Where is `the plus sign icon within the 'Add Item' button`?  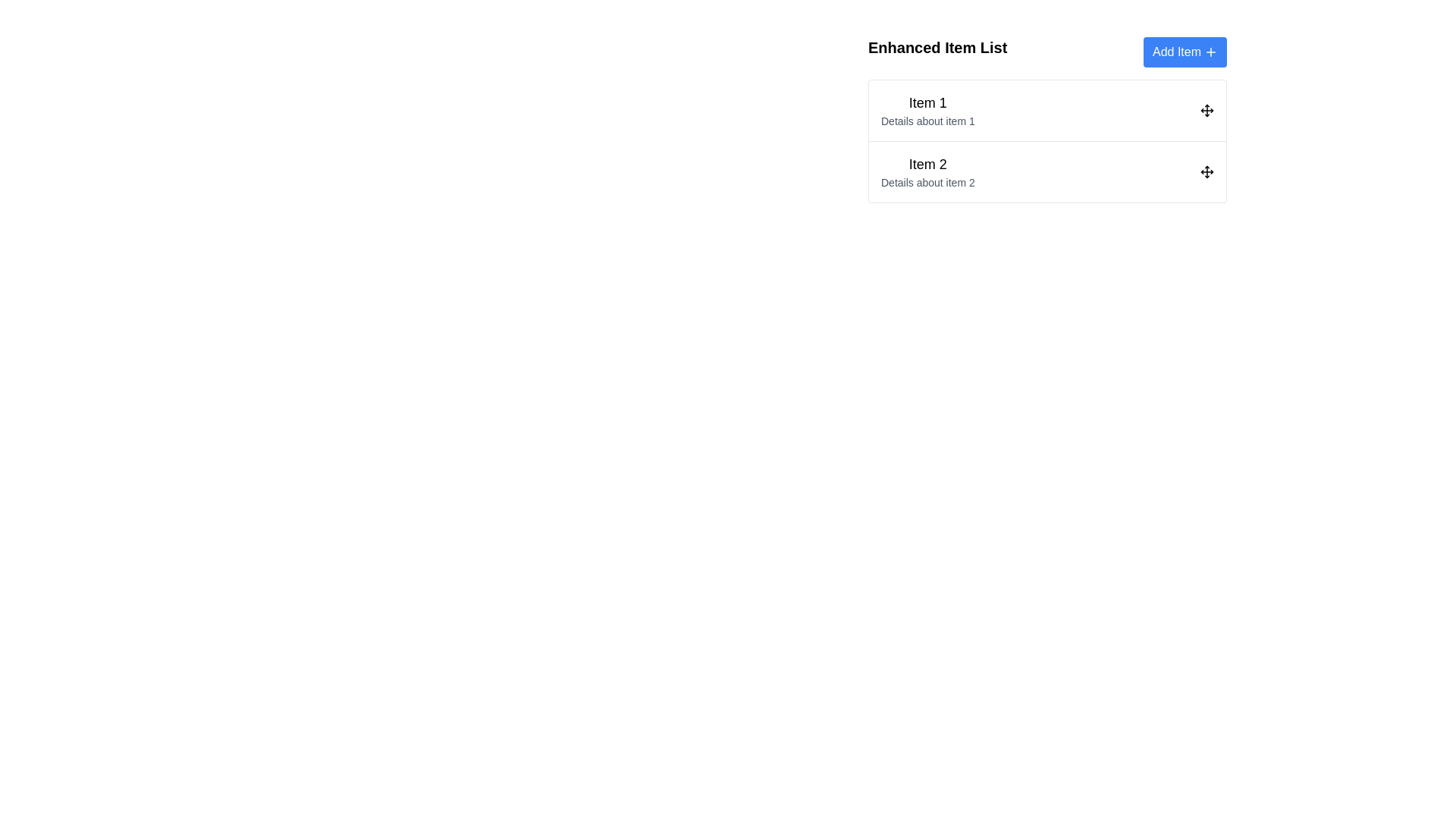
the plus sign icon within the 'Add Item' button is located at coordinates (1210, 52).